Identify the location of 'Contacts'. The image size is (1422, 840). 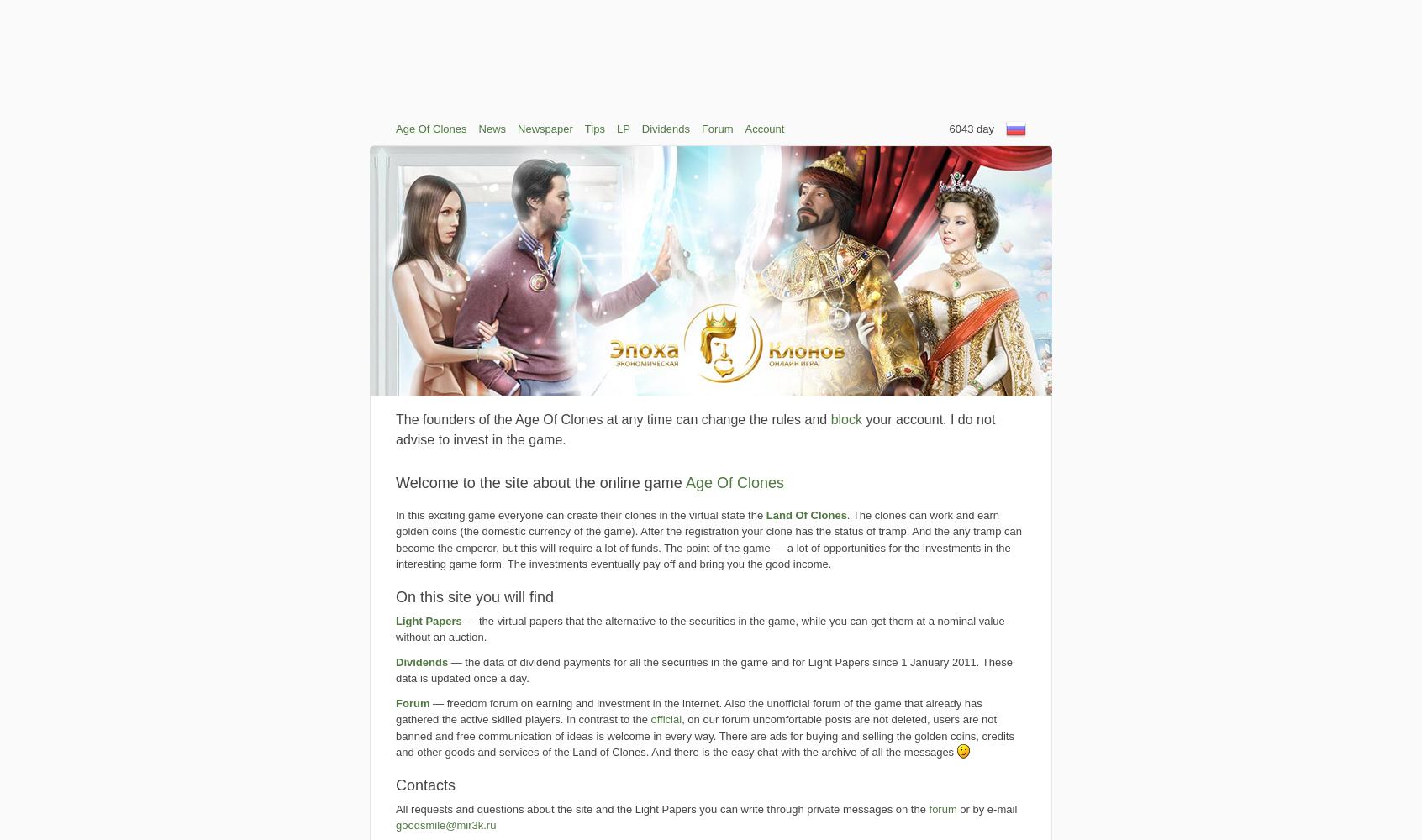
(425, 785).